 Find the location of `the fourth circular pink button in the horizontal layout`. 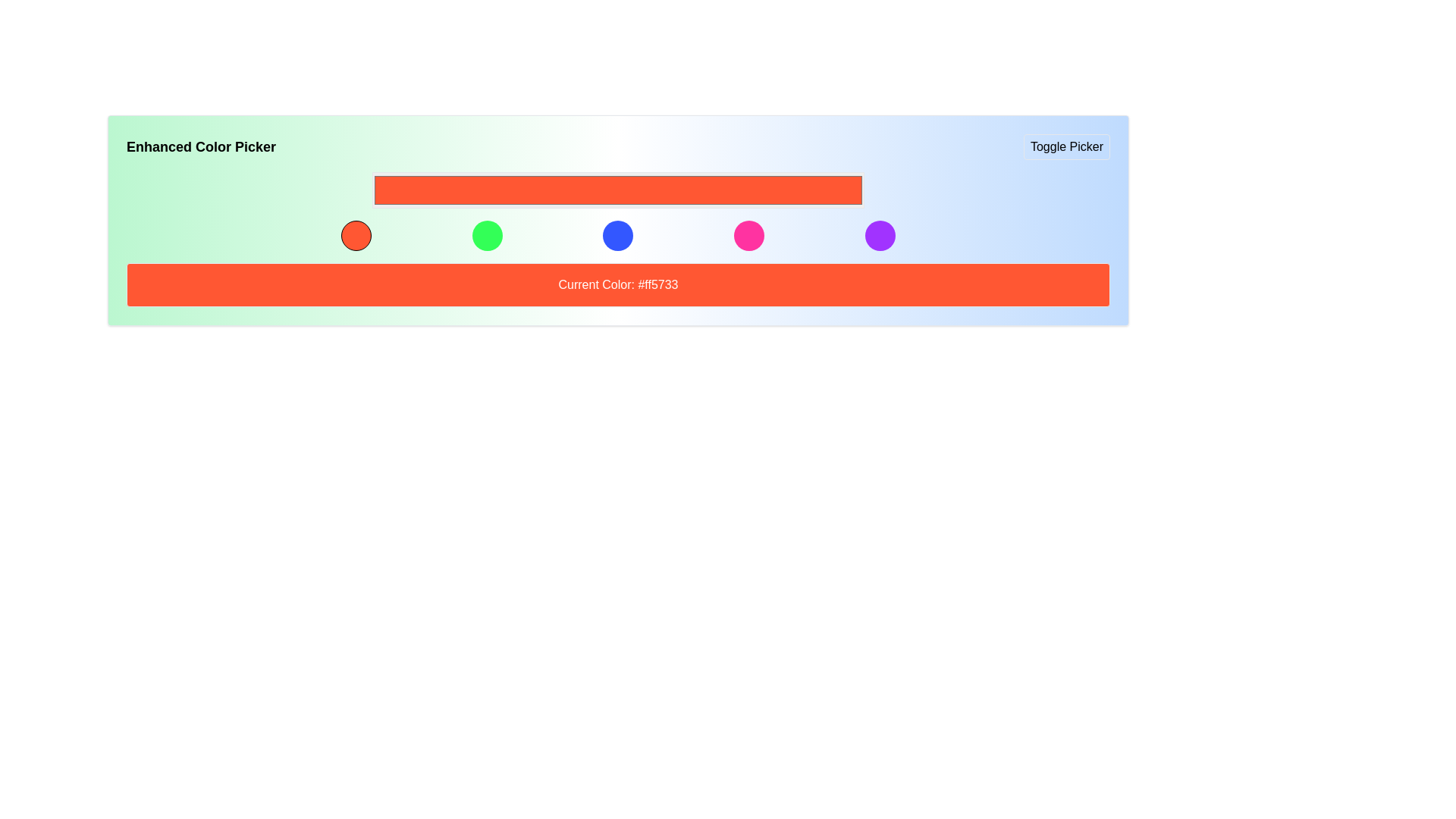

the fourth circular pink button in the horizontal layout is located at coordinates (749, 236).